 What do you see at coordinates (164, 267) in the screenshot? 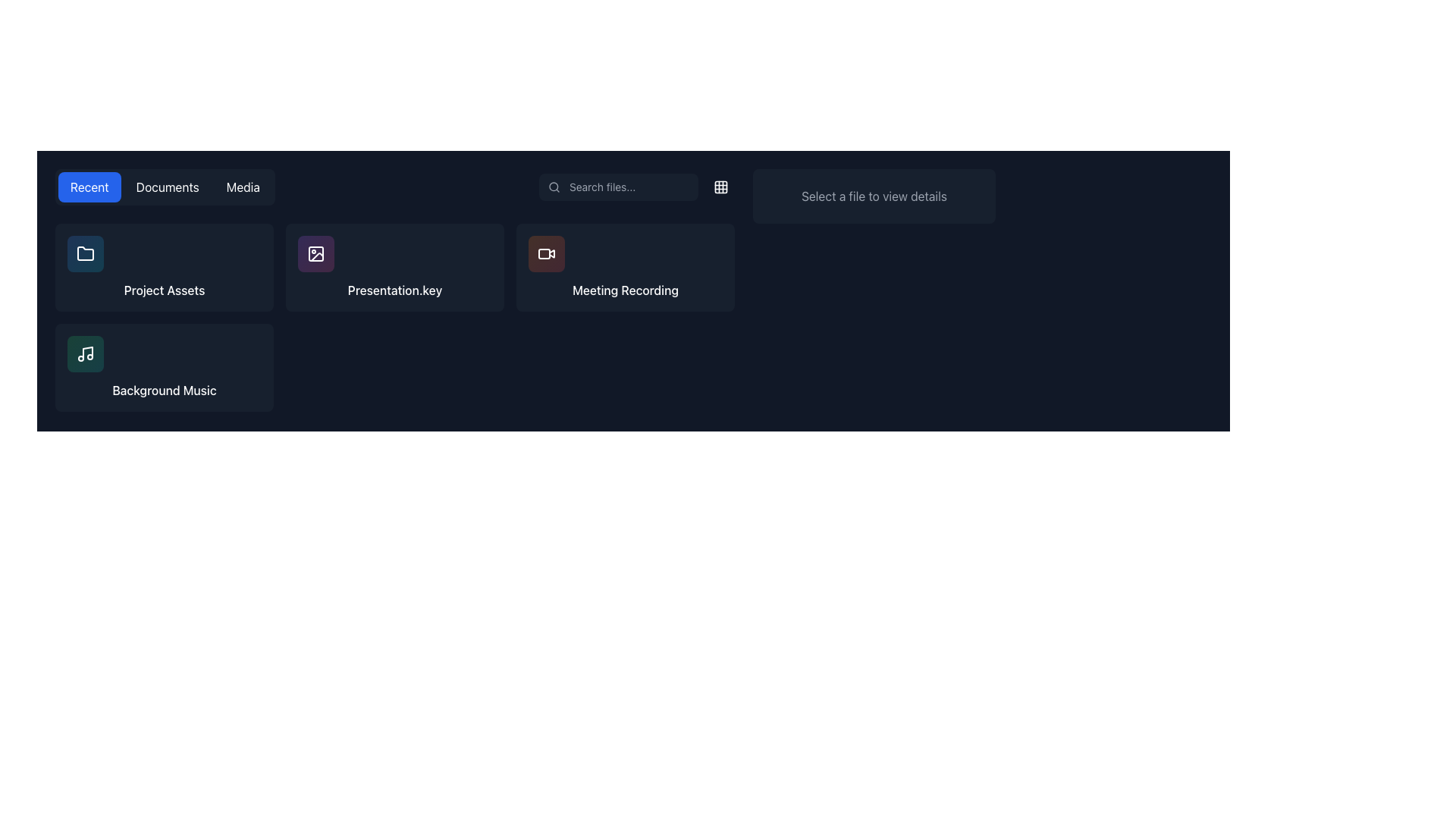
I see `the 'Project Assets' card, which is the first item in the grid layout, located in the top-left corner` at bounding box center [164, 267].